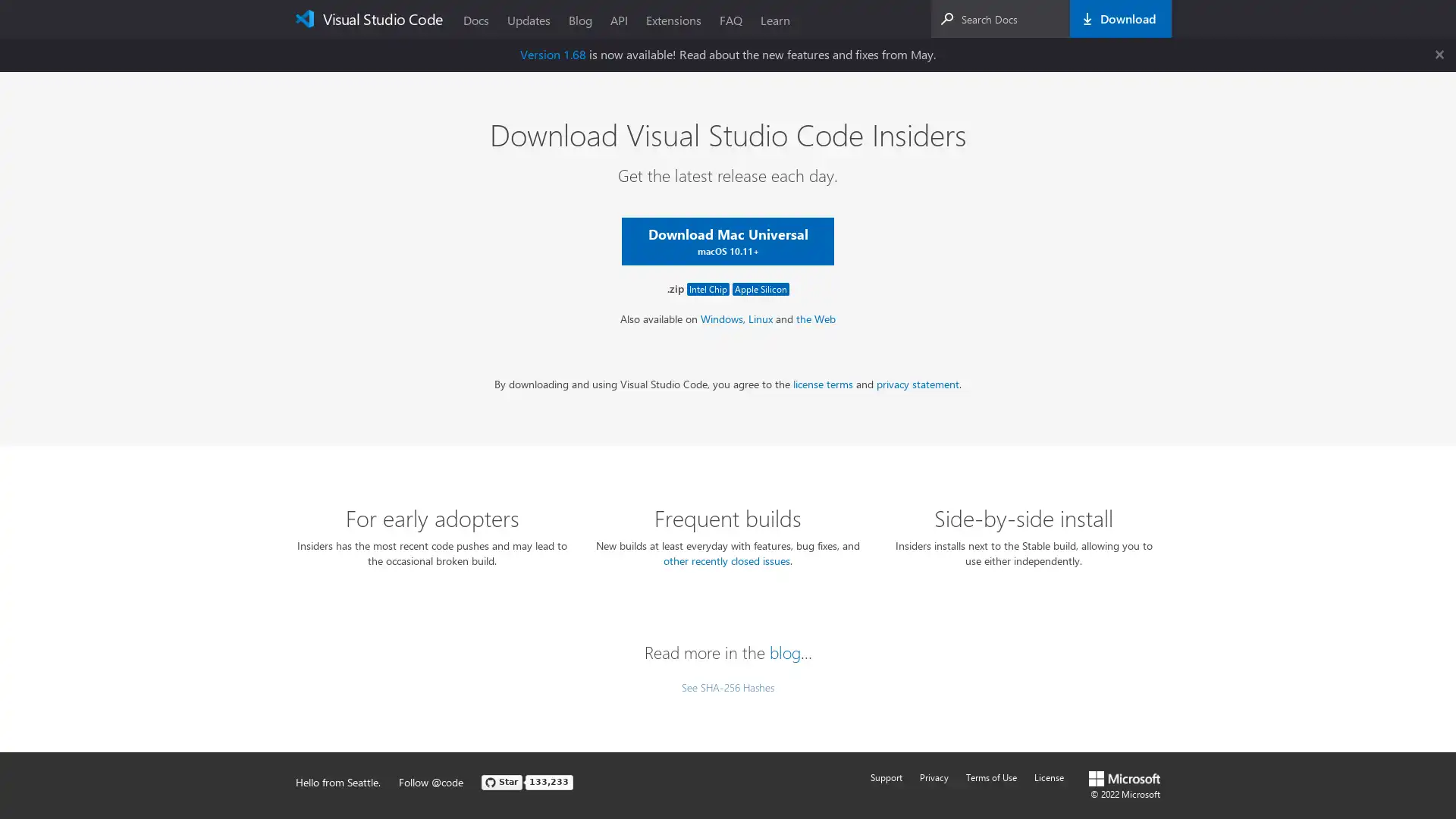  Describe the element at coordinates (728, 687) in the screenshot. I see `See SHA-256 Hashes` at that location.